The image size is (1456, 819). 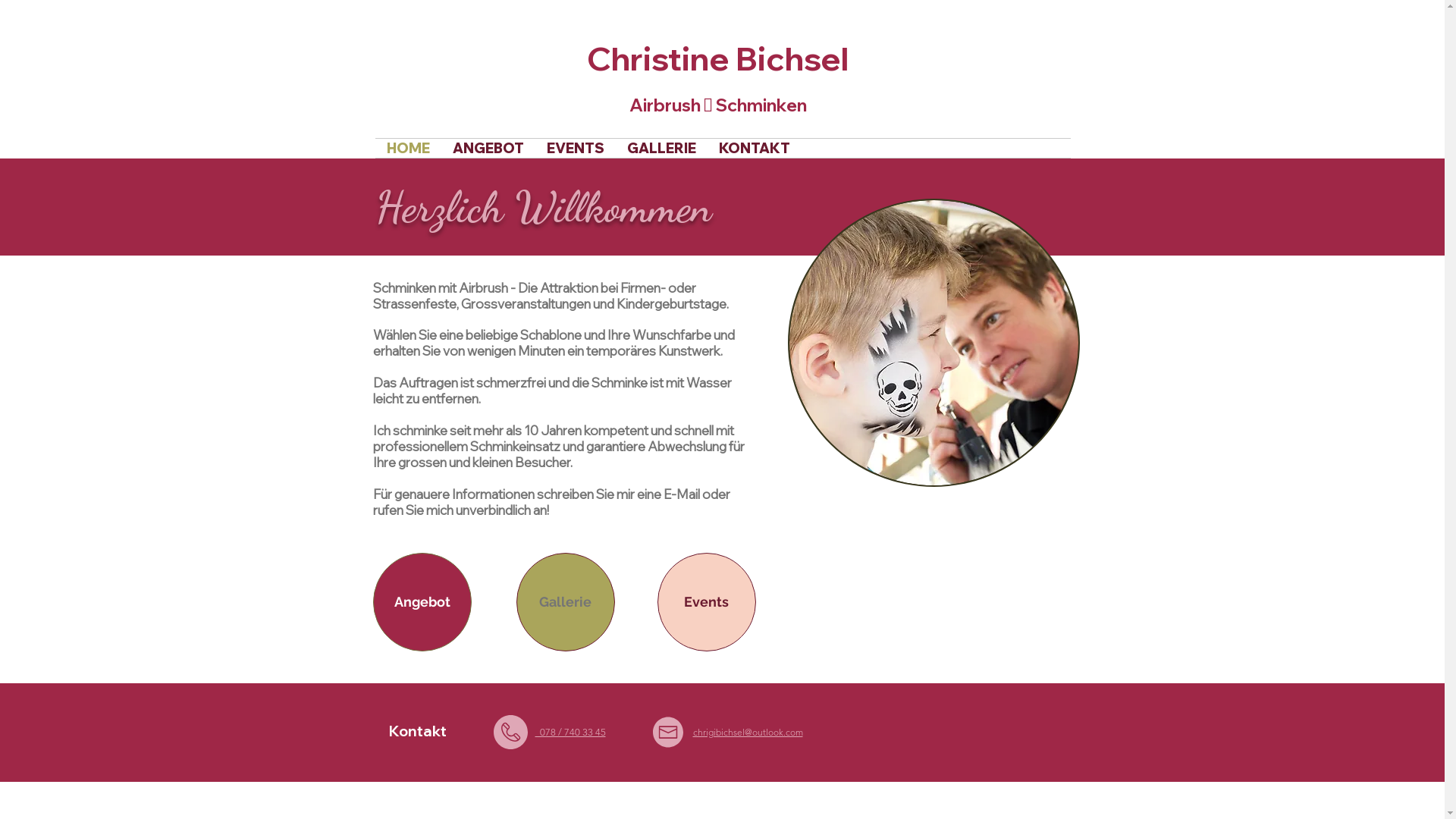 What do you see at coordinates (692, 731) in the screenshot?
I see `'chrigibichsel@outlook.com'` at bounding box center [692, 731].